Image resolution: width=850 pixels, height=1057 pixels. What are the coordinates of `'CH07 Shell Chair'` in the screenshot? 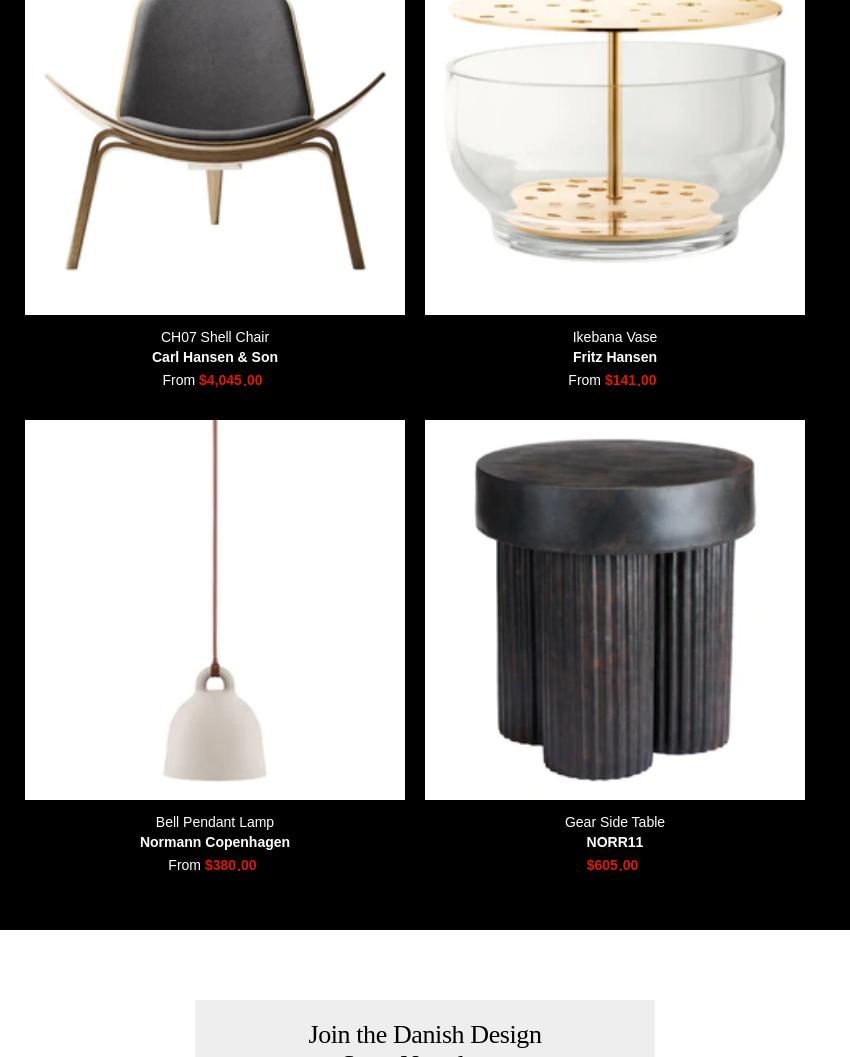 It's located at (159, 336).